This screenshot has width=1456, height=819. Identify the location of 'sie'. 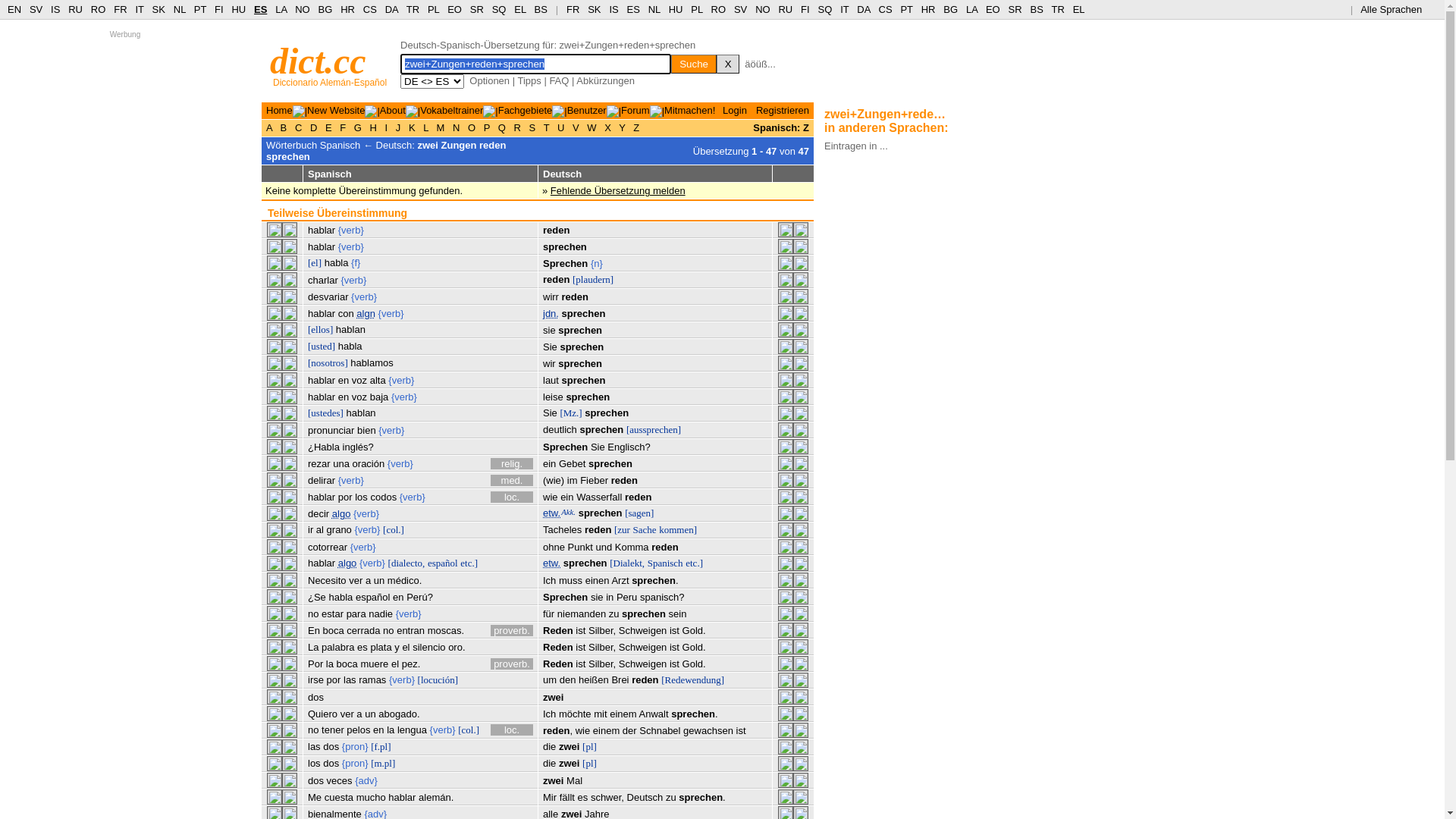
(548, 329).